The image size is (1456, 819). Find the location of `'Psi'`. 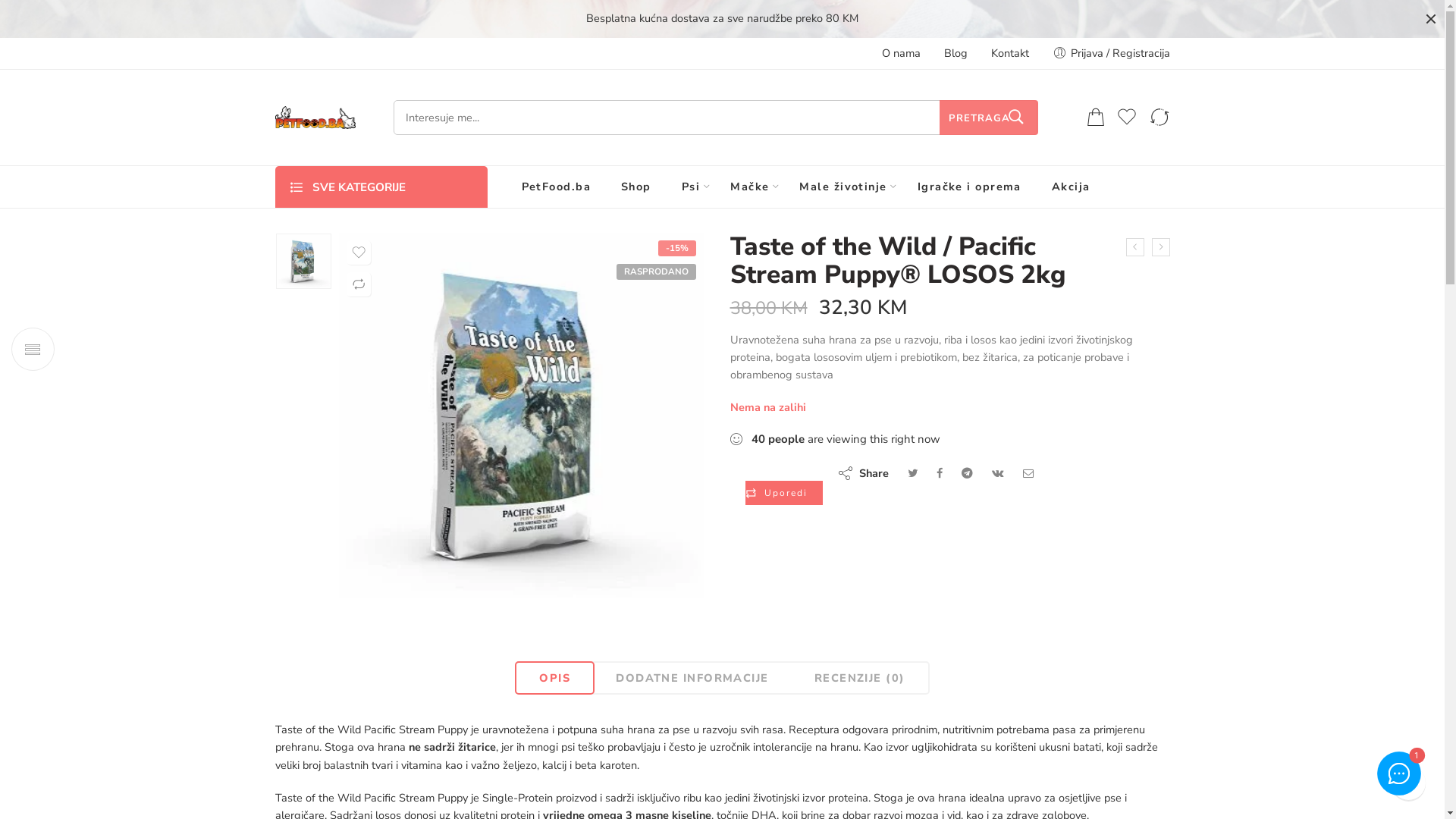

'Psi' is located at coordinates (690, 186).